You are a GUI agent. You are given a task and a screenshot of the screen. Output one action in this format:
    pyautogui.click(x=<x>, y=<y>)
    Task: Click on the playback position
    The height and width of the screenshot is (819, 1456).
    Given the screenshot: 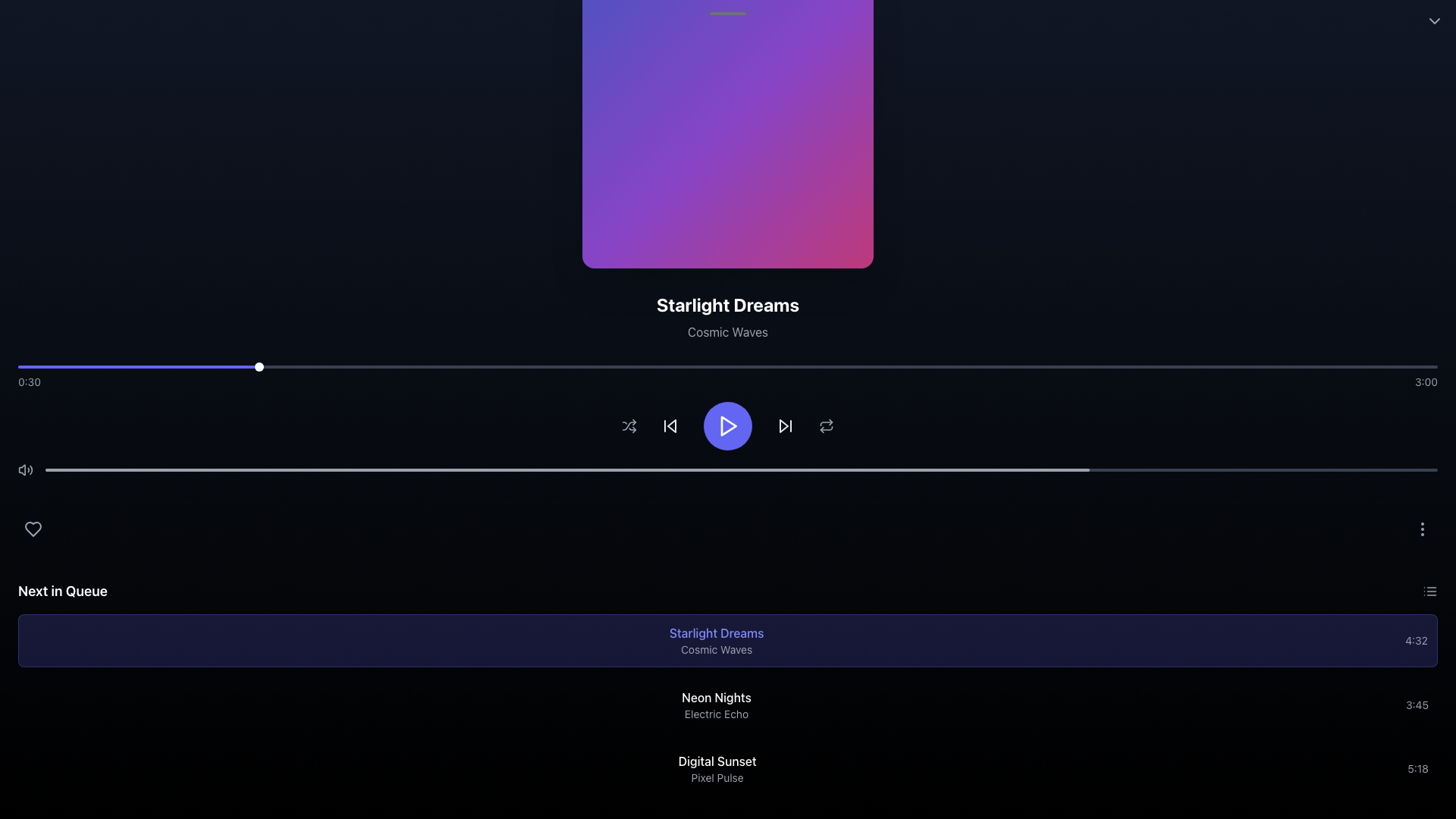 What is the action you would take?
    pyautogui.click(x=1343, y=366)
    